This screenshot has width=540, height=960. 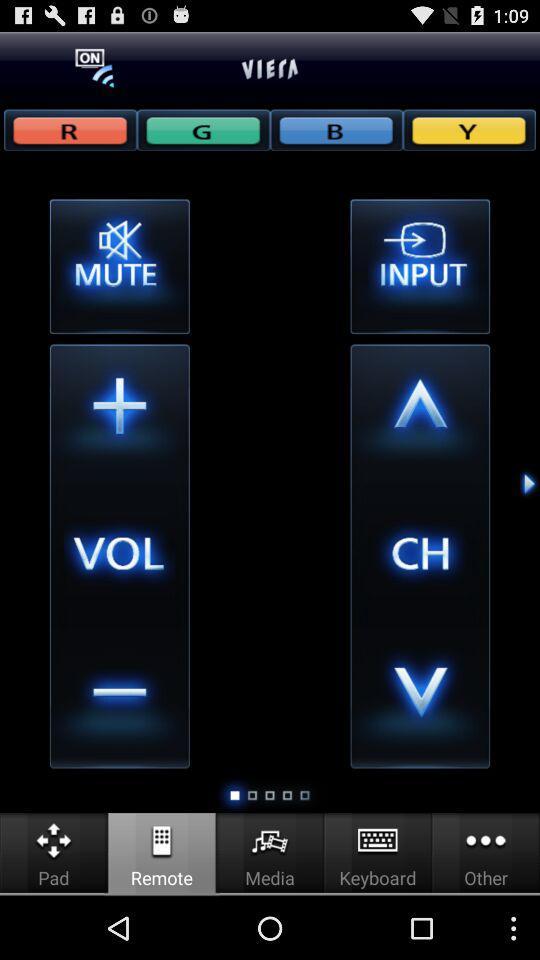 What do you see at coordinates (119, 413) in the screenshot?
I see `volume` at bounding box center [119, 413].